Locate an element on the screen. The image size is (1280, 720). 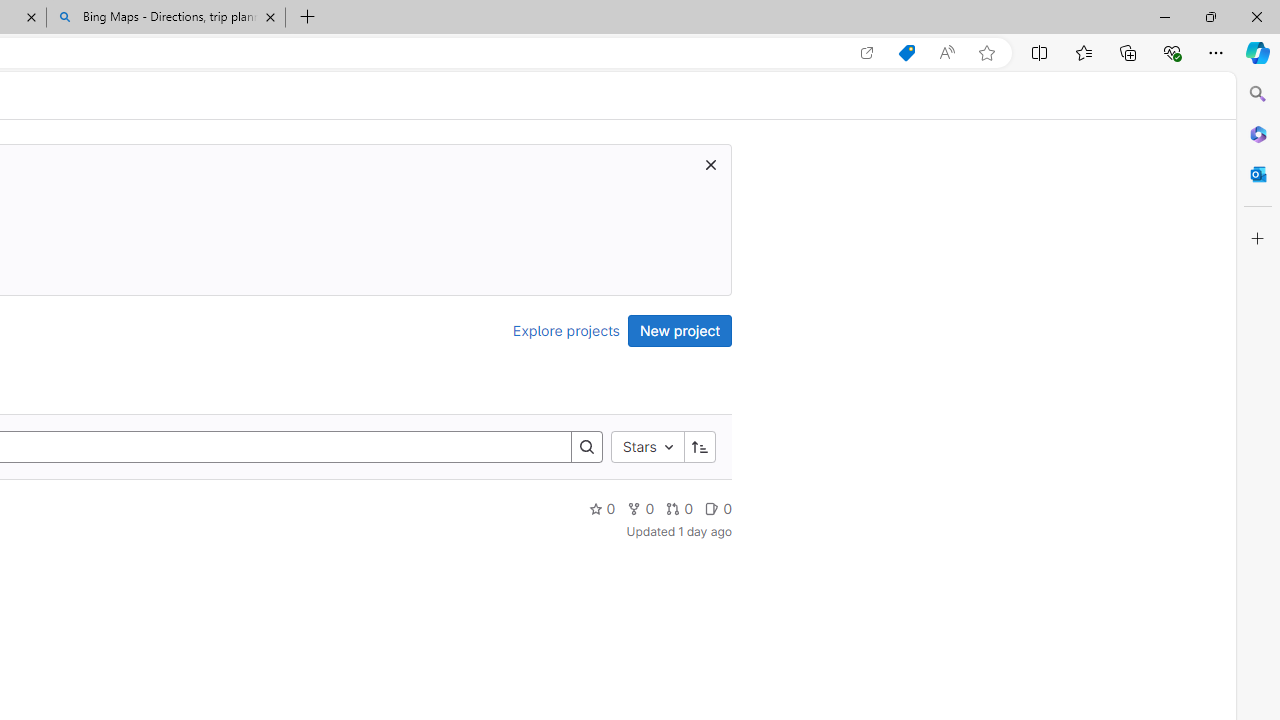
'Customize' is located at coordinates (1257, 238).